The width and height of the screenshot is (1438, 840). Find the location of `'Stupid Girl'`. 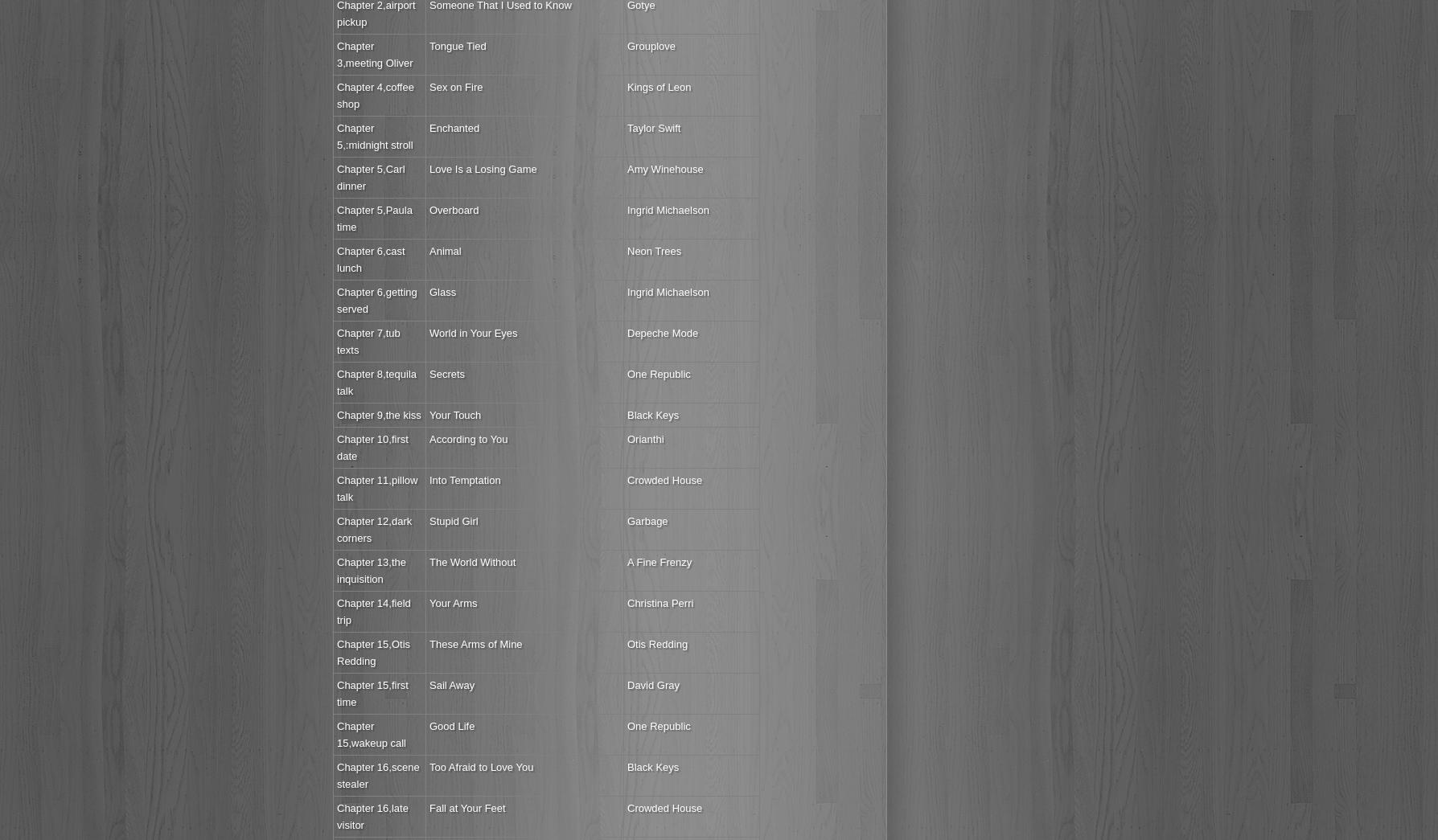

'Stupid Girl' is located at coordinates (453, 521).